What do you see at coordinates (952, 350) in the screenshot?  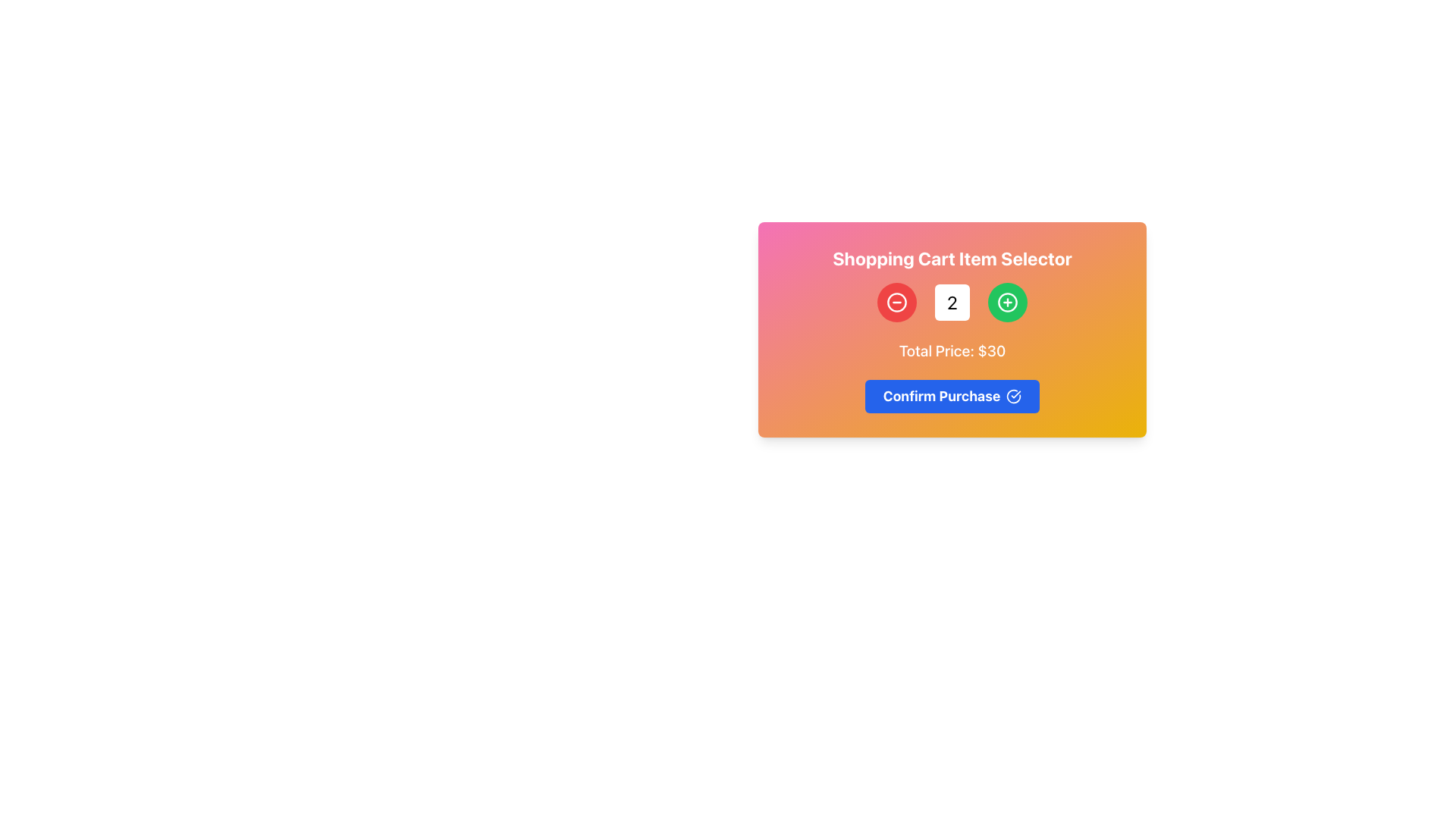 I see `the text label displaying 'Total Price: $30', which is centrally positioned in the shopping cart interface` at bounding box center [952, 350].